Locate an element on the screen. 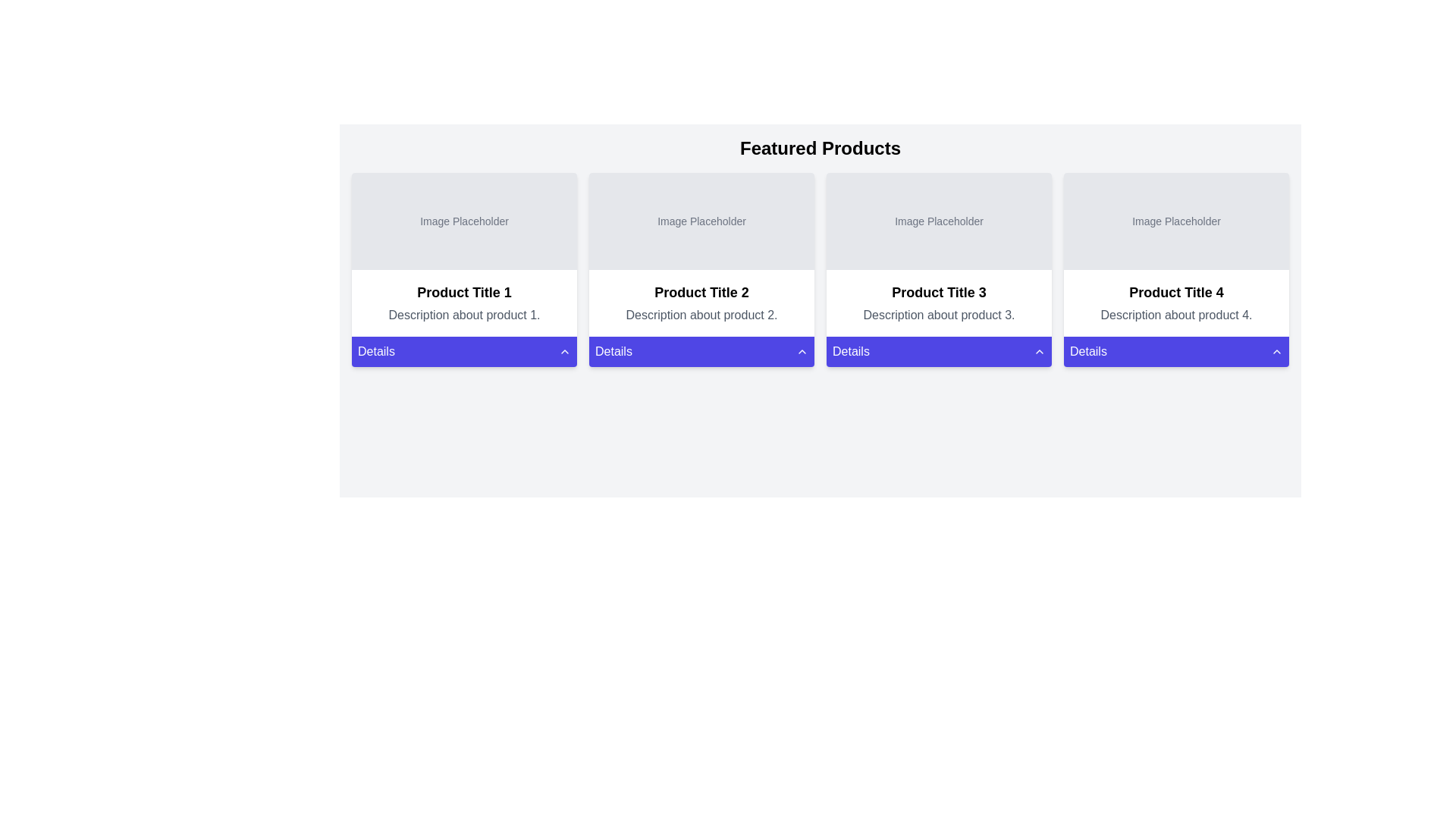 The height and width of the screenshot is (819, 1456). the upward-pointing chevron arrow icon located in the bottom-right corner of the Details button of the fourth product card ('Product Title 4') to receive interaction feedback is located at coordinates (1276, 351).